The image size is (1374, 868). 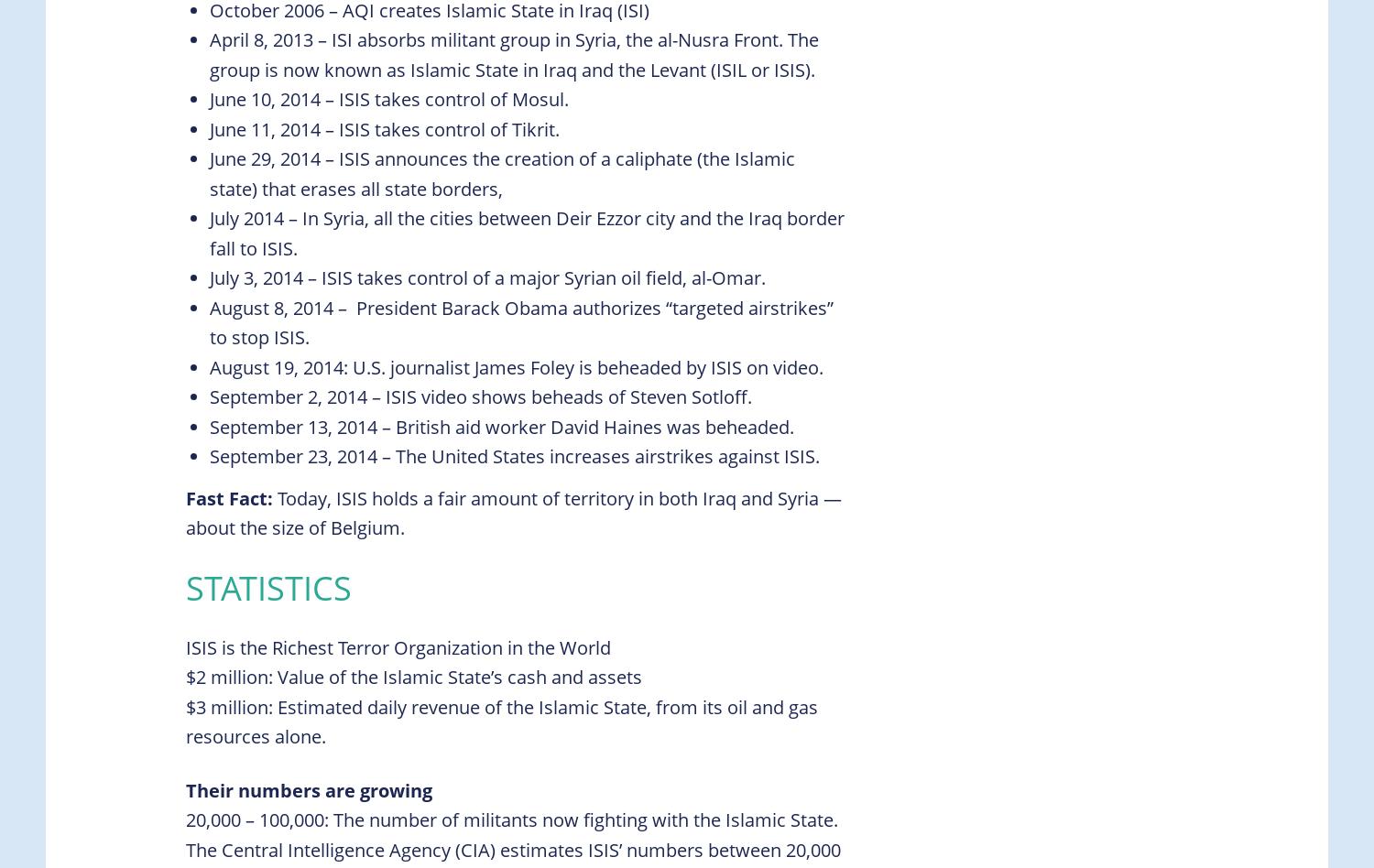 What do you see at coordinates (501, 425) in the screenshot?
I see `'September 13, 2014 – British aid worker David Haines was beheaded.'` at bounding box center [501, 425].